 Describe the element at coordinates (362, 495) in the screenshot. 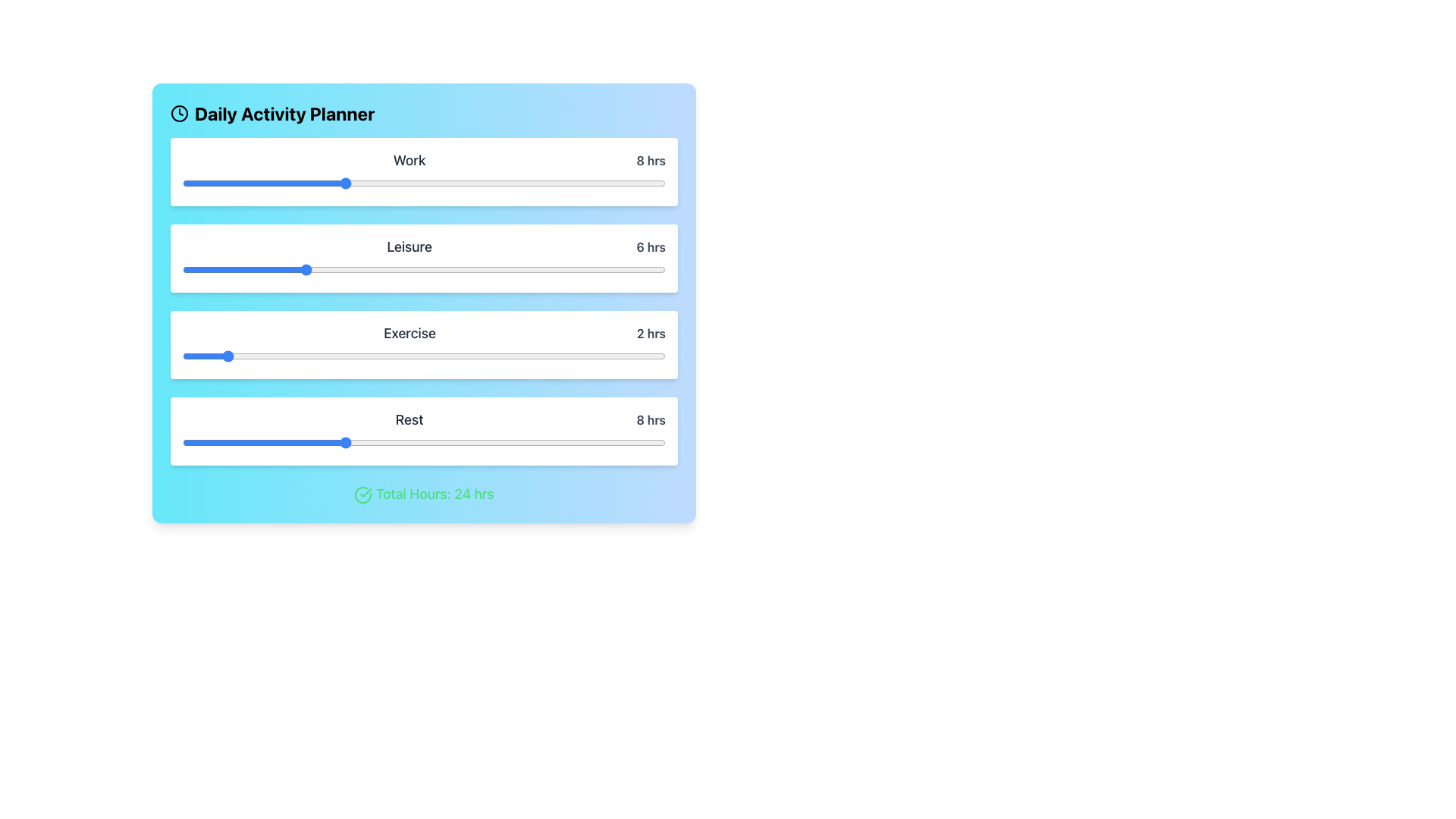

I see `the completion checkmark icon indicating correctness for the 'Total Hours: 24 hrs' text, located slightly left of center at the bottom section of the interface` at that location.